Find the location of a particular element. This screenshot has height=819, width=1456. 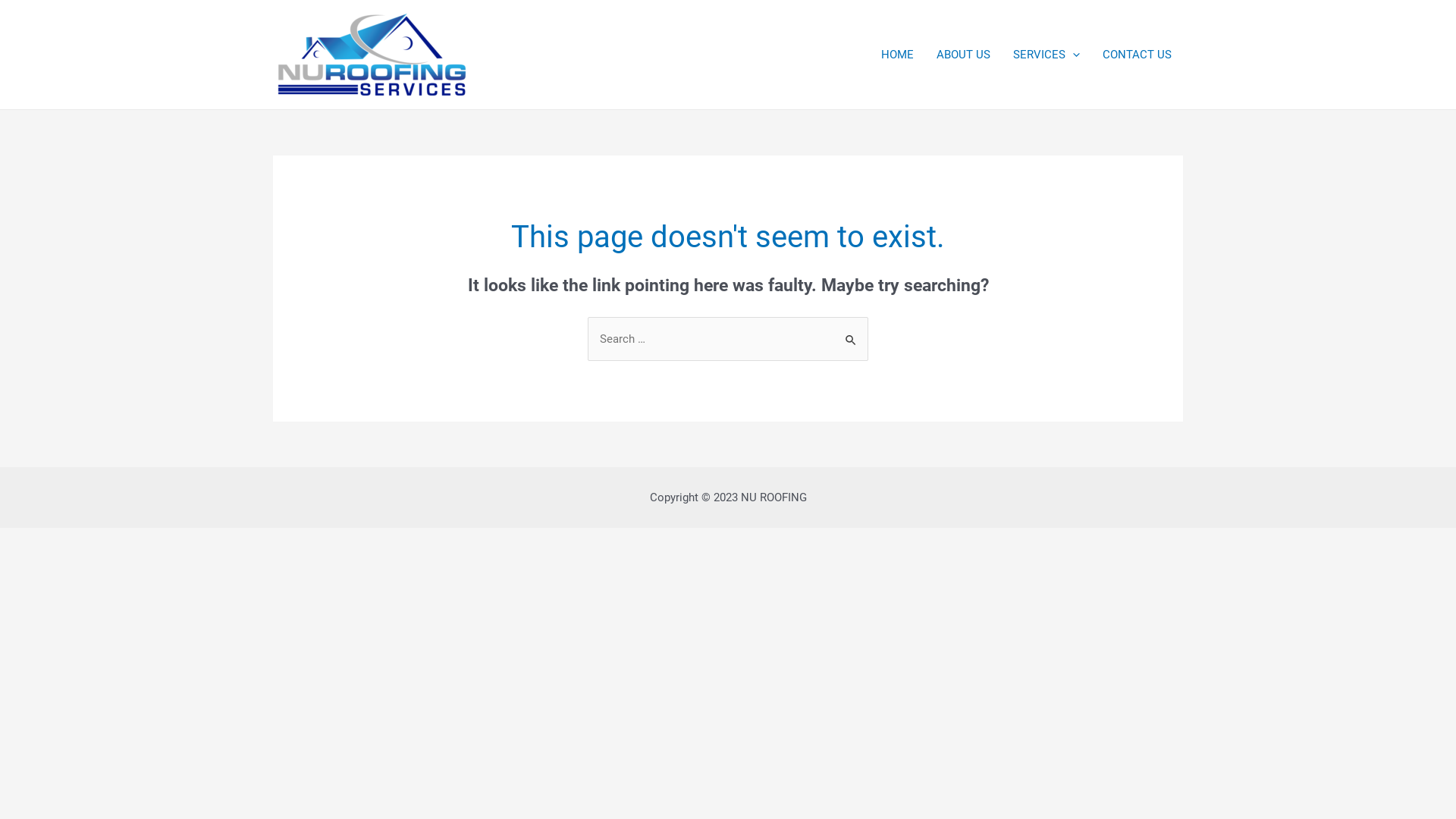

'ABOUT US' is located at coordinates (962, 54).